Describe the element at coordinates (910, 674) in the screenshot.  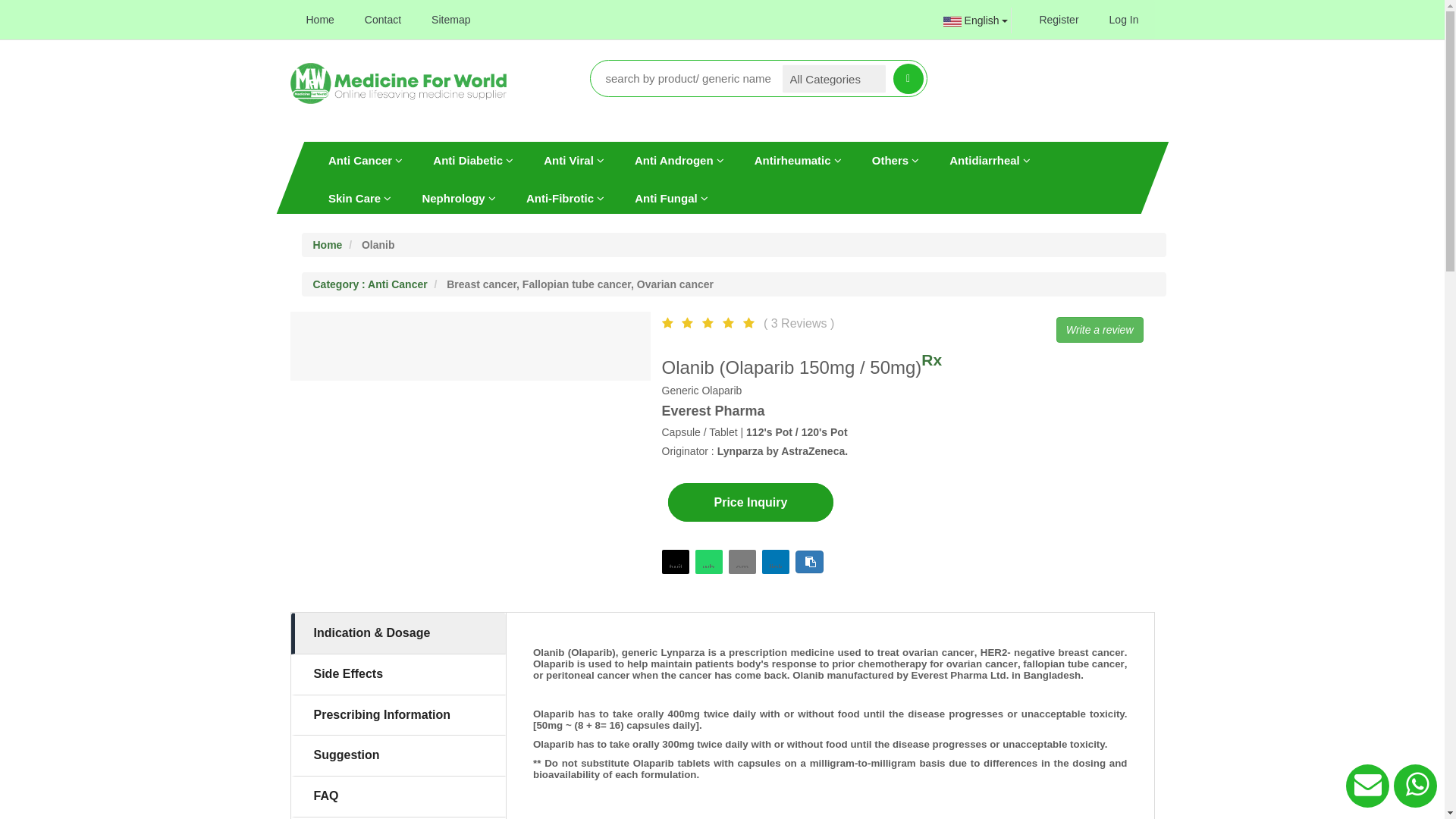
I see `'Everest Pharma Ltd. in'` at that location.